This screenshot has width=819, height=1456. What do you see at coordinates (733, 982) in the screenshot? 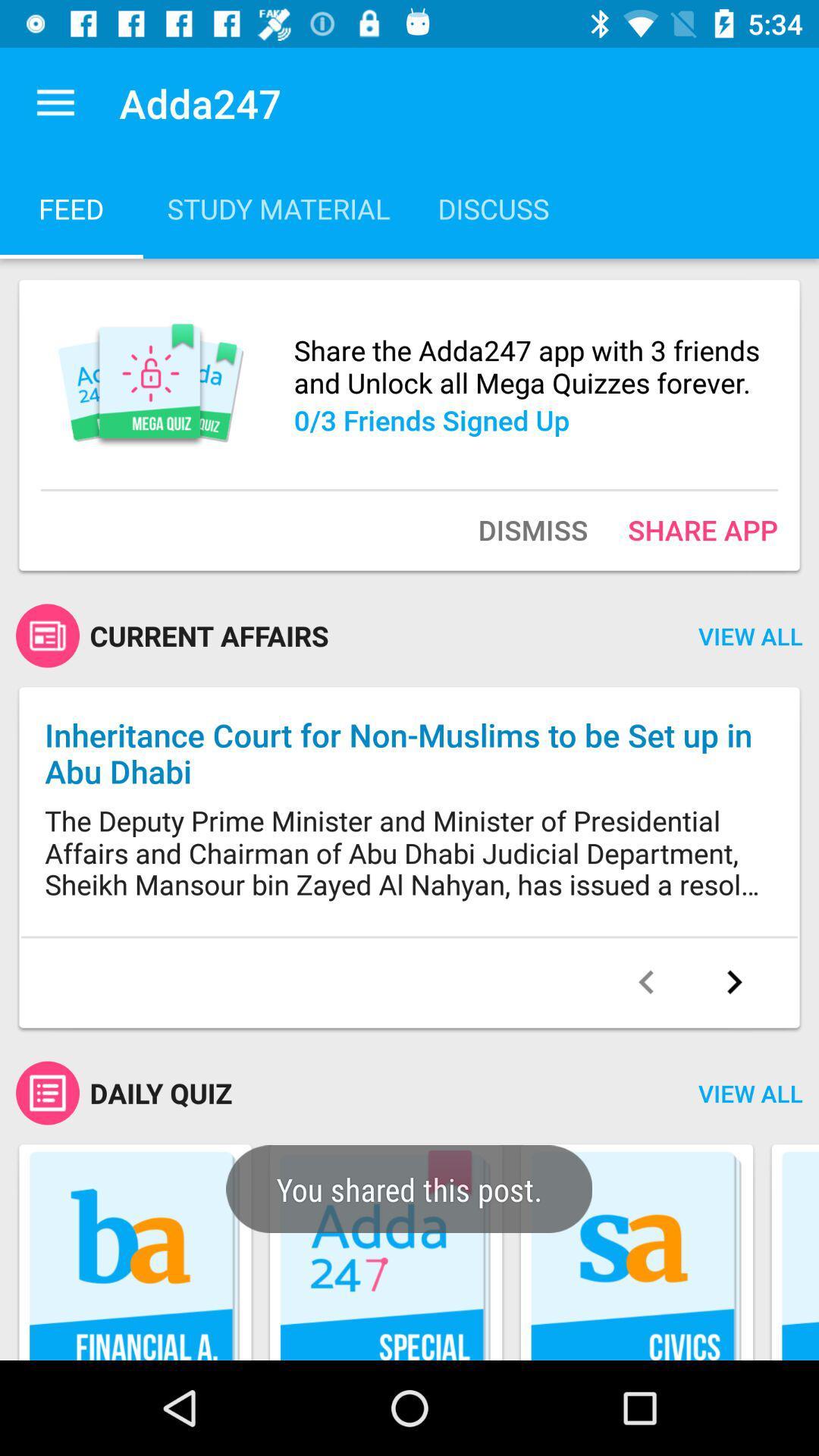
I see `forward` at bounding box center [733, 982].